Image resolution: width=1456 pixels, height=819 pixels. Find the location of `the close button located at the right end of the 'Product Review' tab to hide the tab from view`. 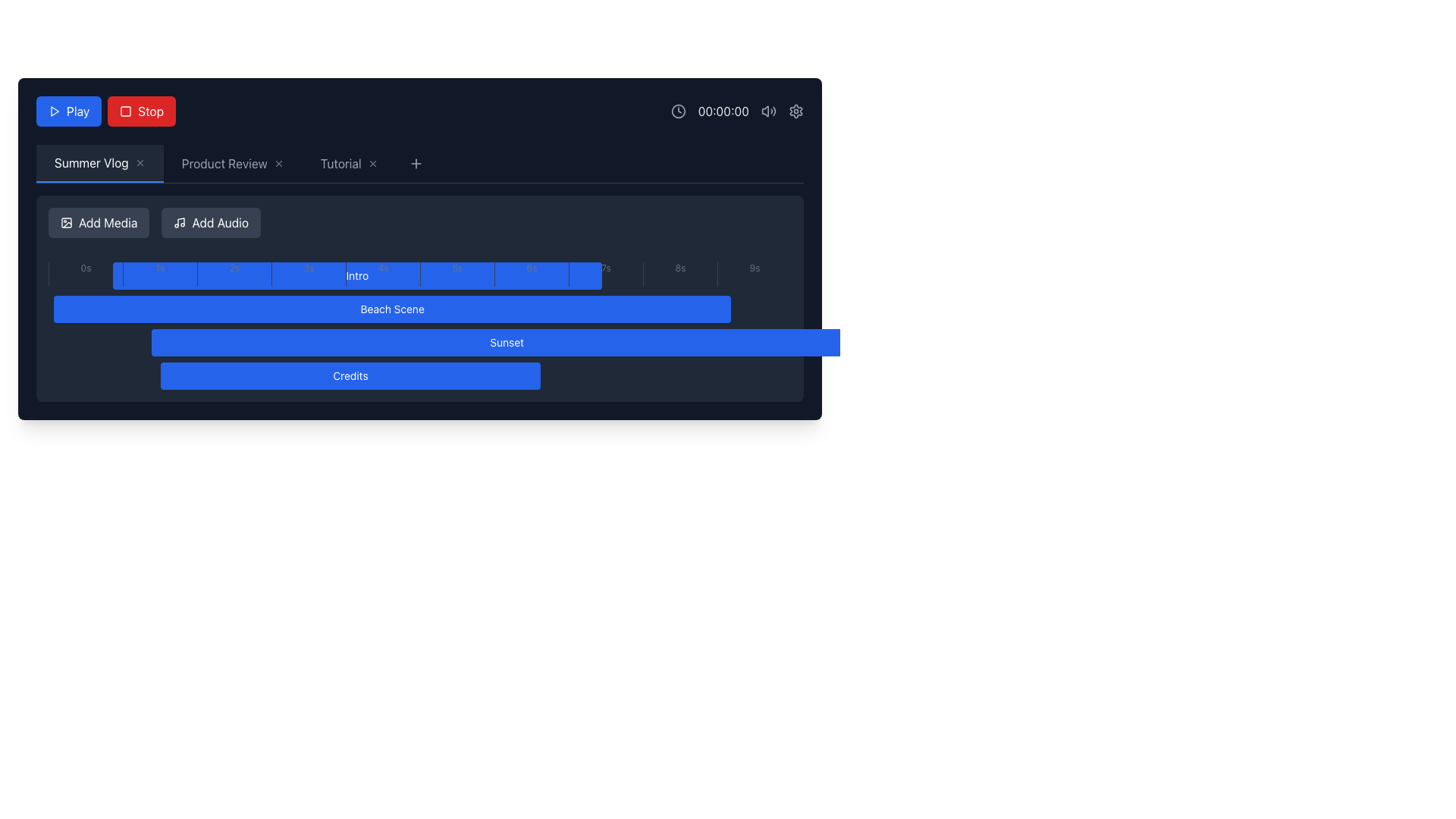

the close button located at the right end of the 'Product Review' tab to hide the tab from view is located at coordinates (278, 164).